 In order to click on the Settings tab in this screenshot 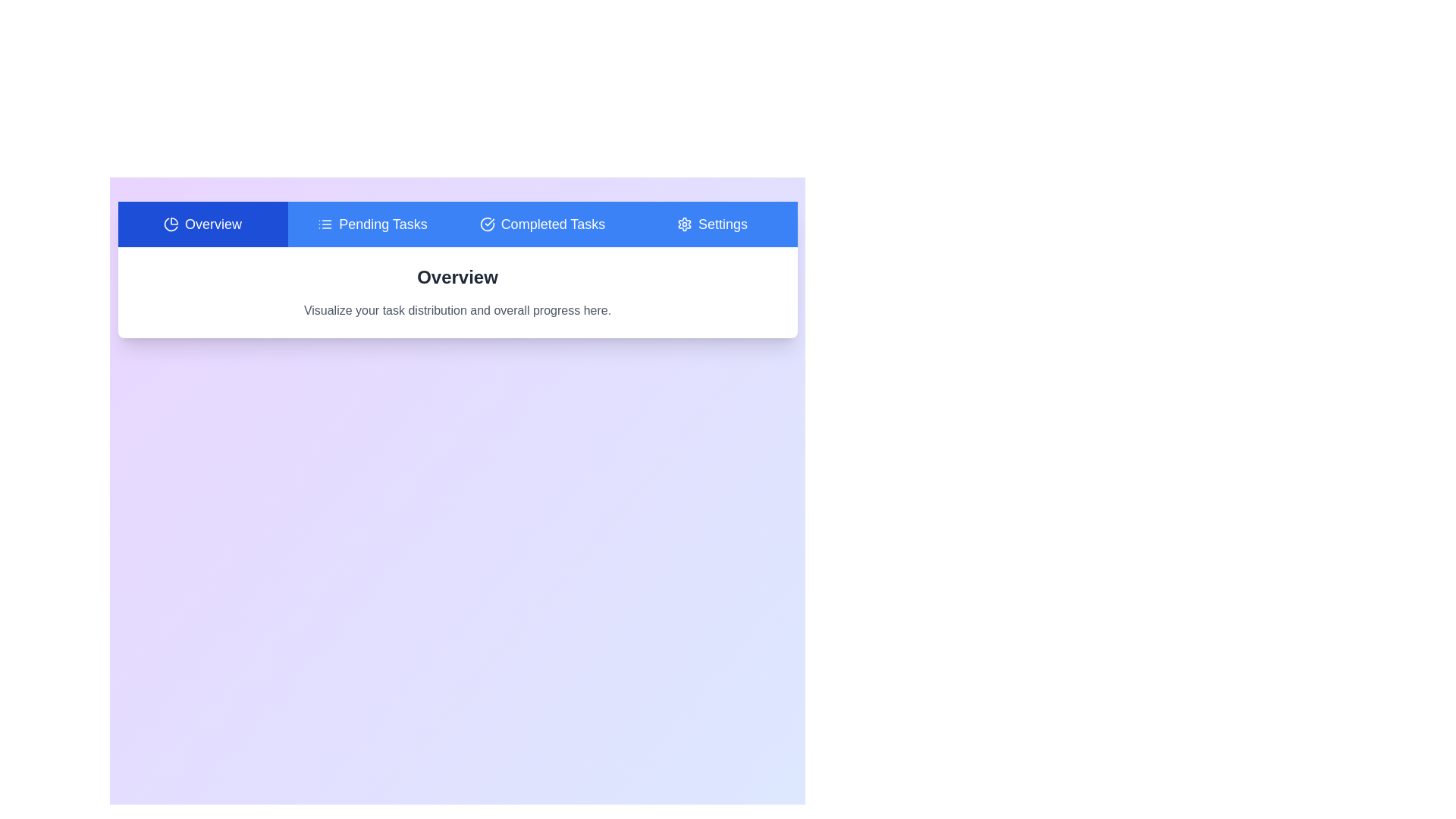, I will do `click(711, 224)`.